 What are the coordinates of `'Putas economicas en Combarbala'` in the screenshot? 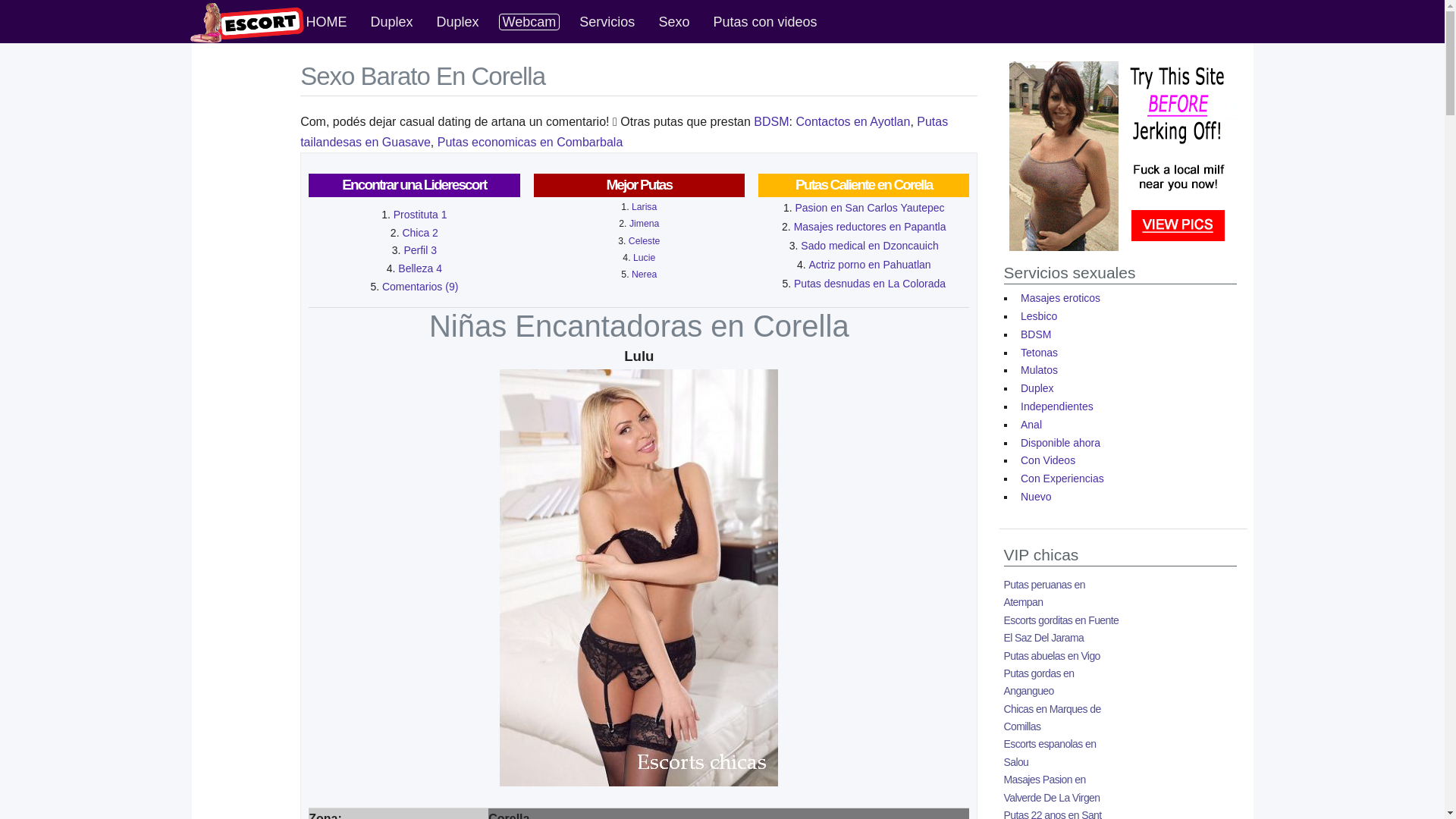 It's located at (530, 142).